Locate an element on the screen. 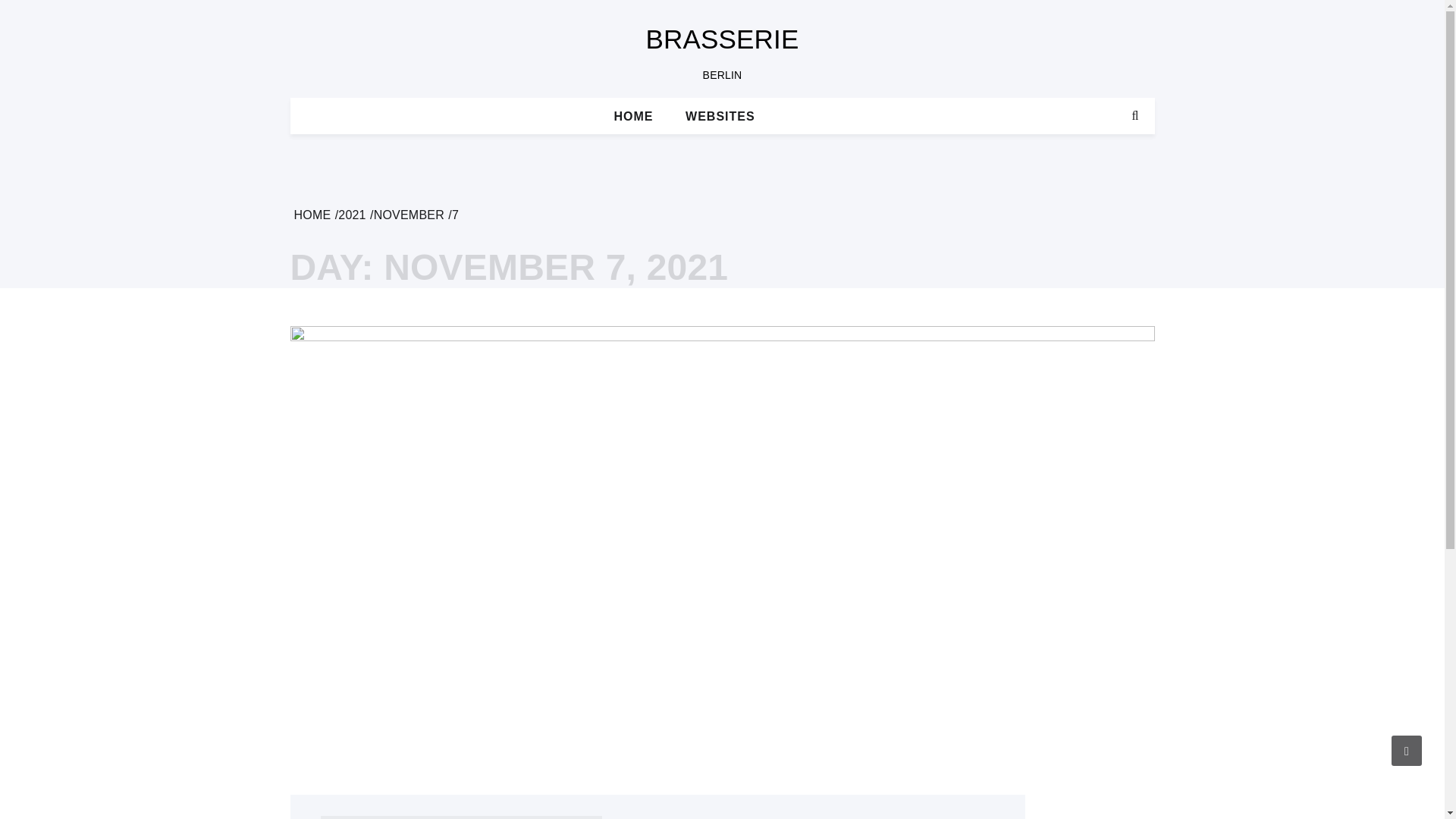 This screenshot has height=819, width=1456. '2021' is located at coordinates (351, 215).